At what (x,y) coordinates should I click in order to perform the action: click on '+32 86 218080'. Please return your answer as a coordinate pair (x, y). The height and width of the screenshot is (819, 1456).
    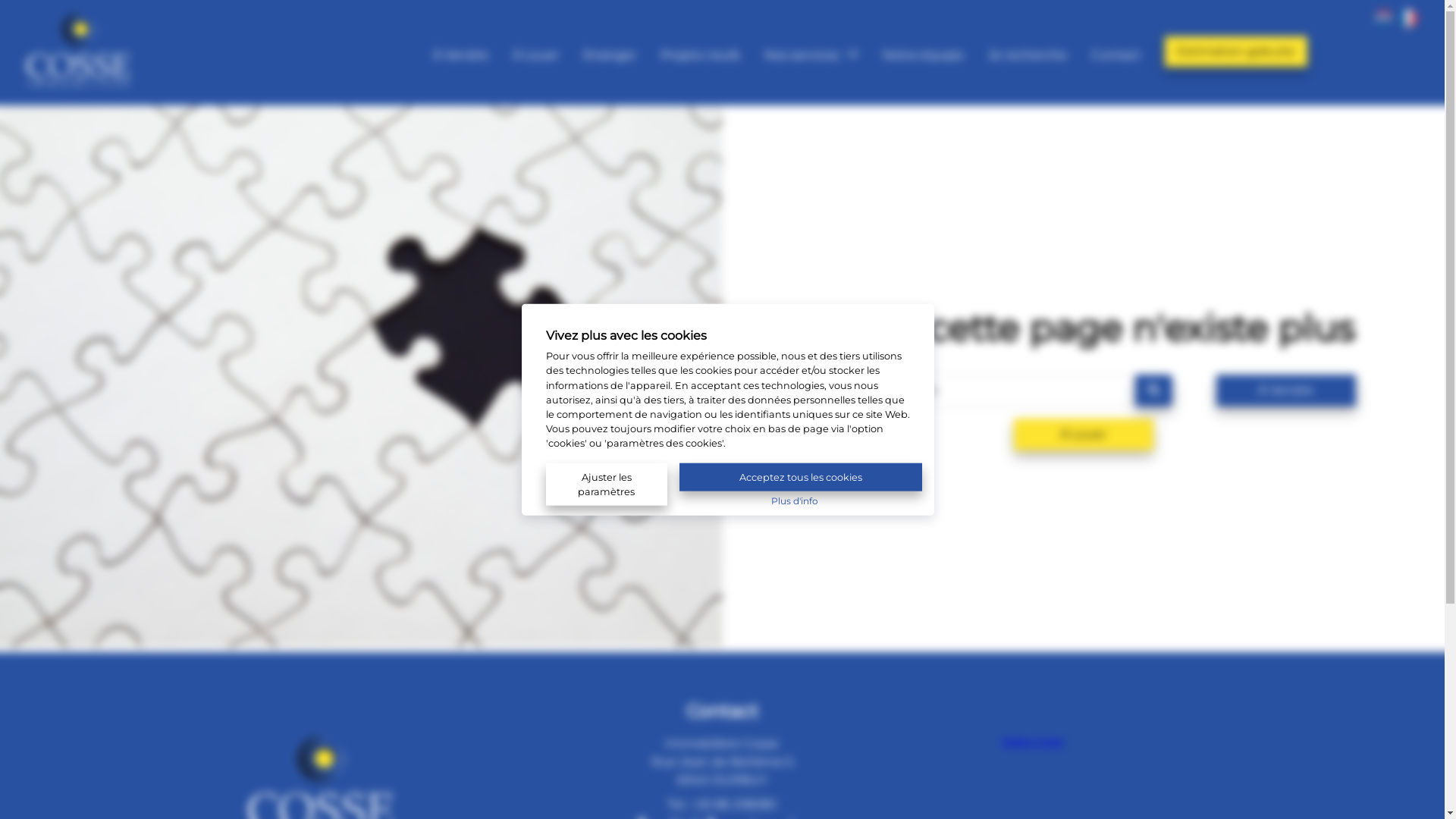
    Looking at the image, I should click on (734, 803).